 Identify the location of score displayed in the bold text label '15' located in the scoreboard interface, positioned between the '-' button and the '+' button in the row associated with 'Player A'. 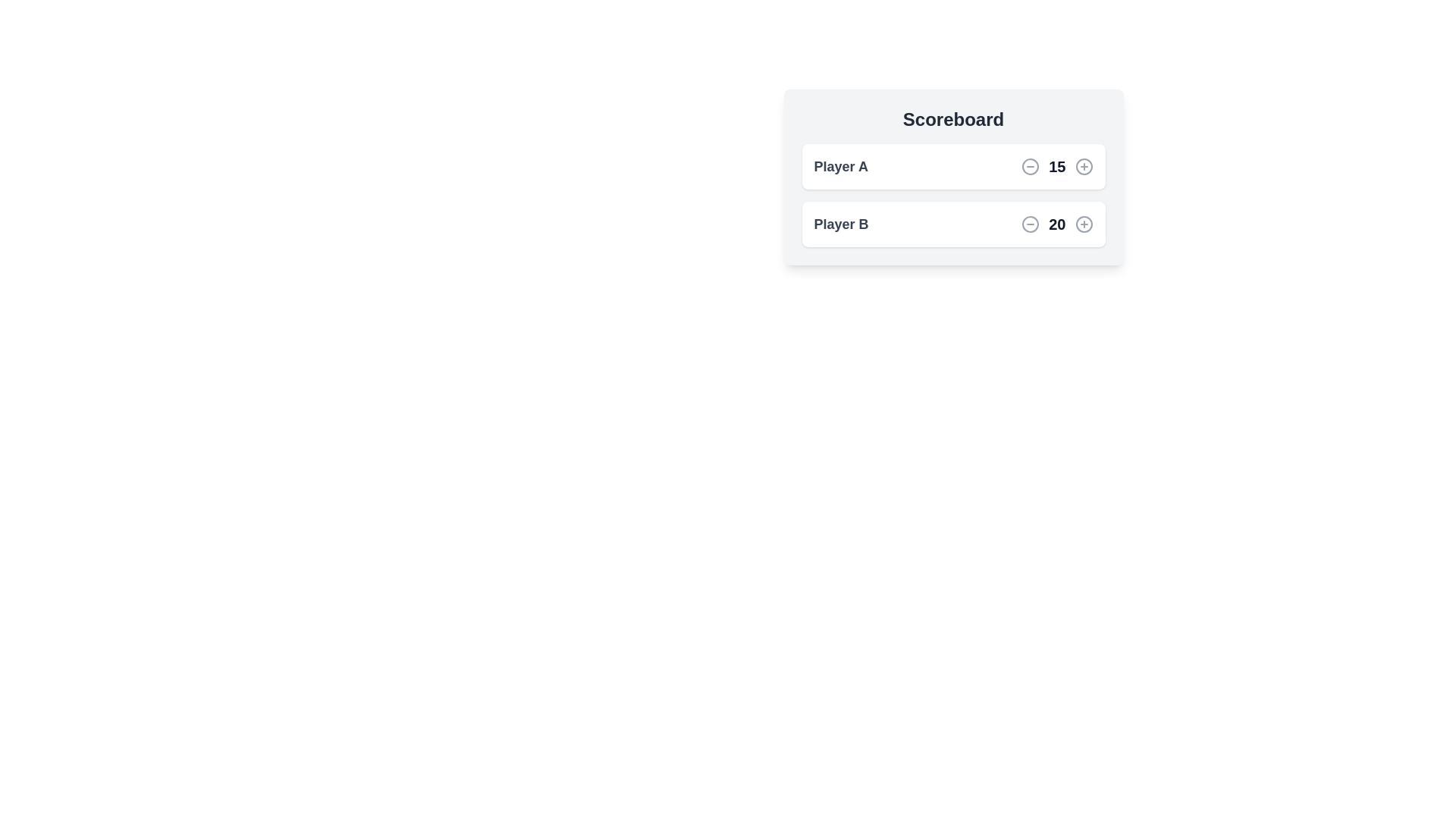
(1056, 166).